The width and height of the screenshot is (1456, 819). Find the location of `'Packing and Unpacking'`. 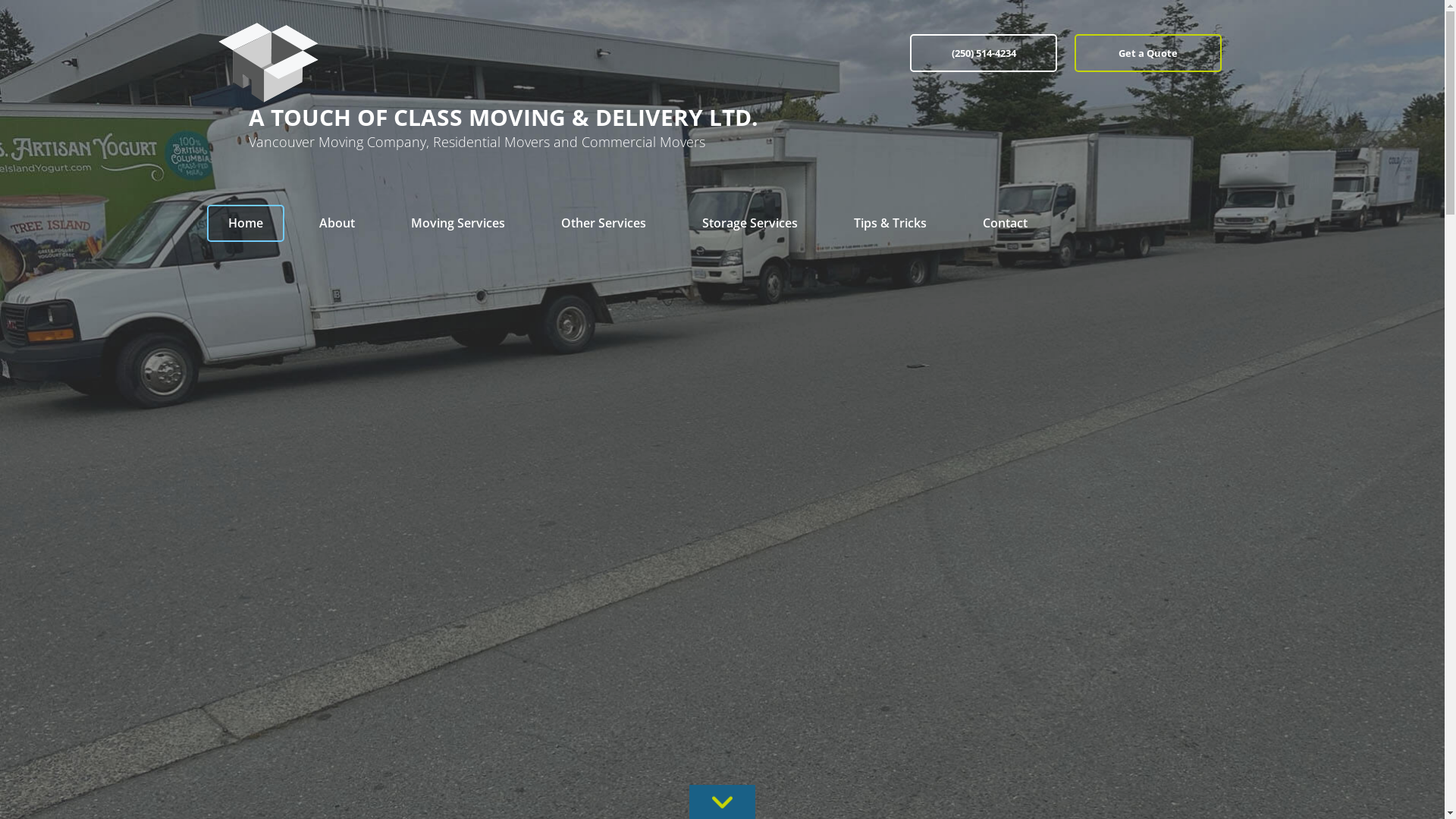

'Packing and Unpacking' is located at coordinates (603, 287).